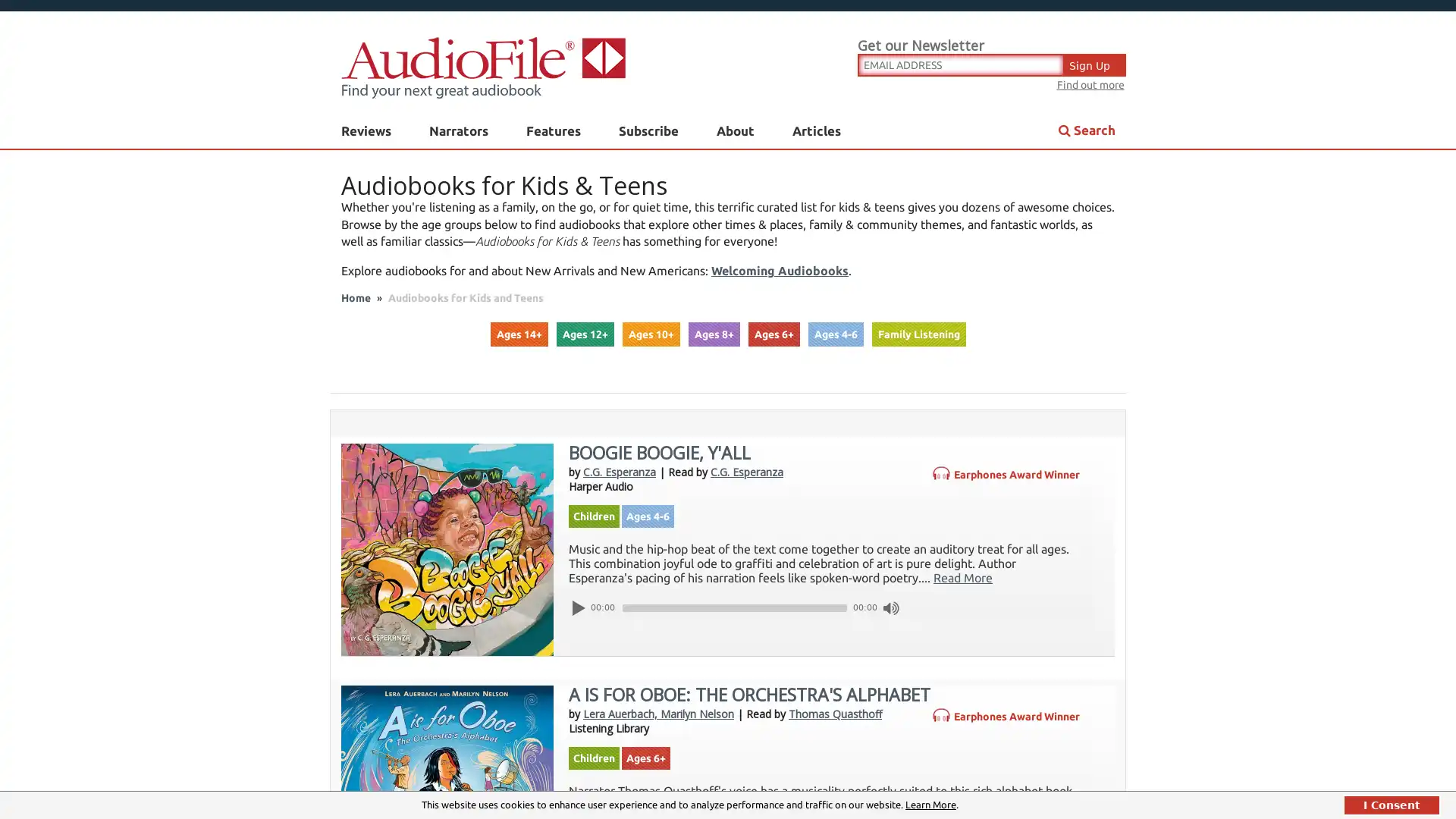  Describe the element at coordinates (891, 607) in the screenshot. I see `Mute Toggle` at that location.